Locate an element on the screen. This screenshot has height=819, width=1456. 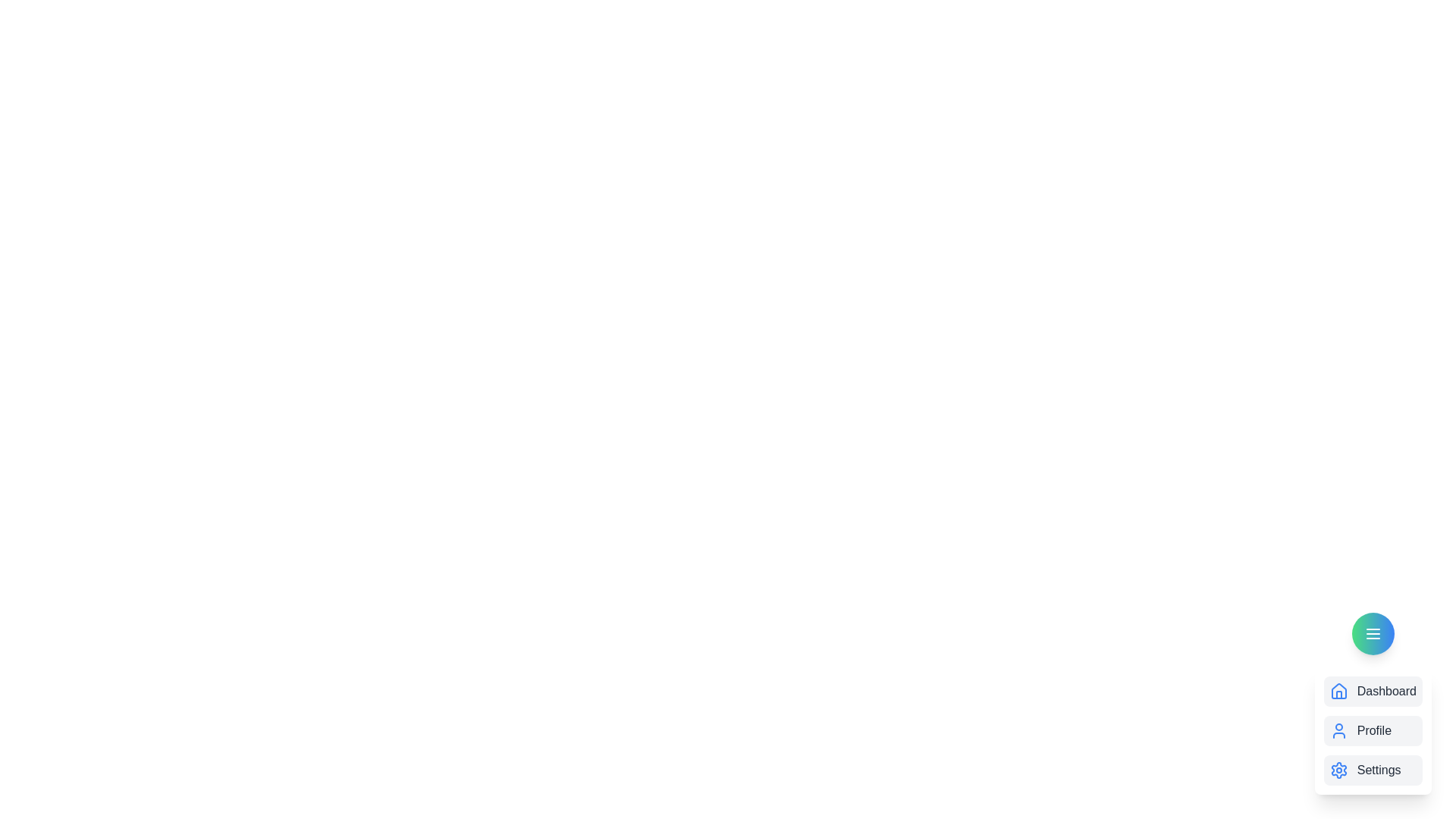
the settings_item to observe the hover effect is located at coordinates (1373, 770).